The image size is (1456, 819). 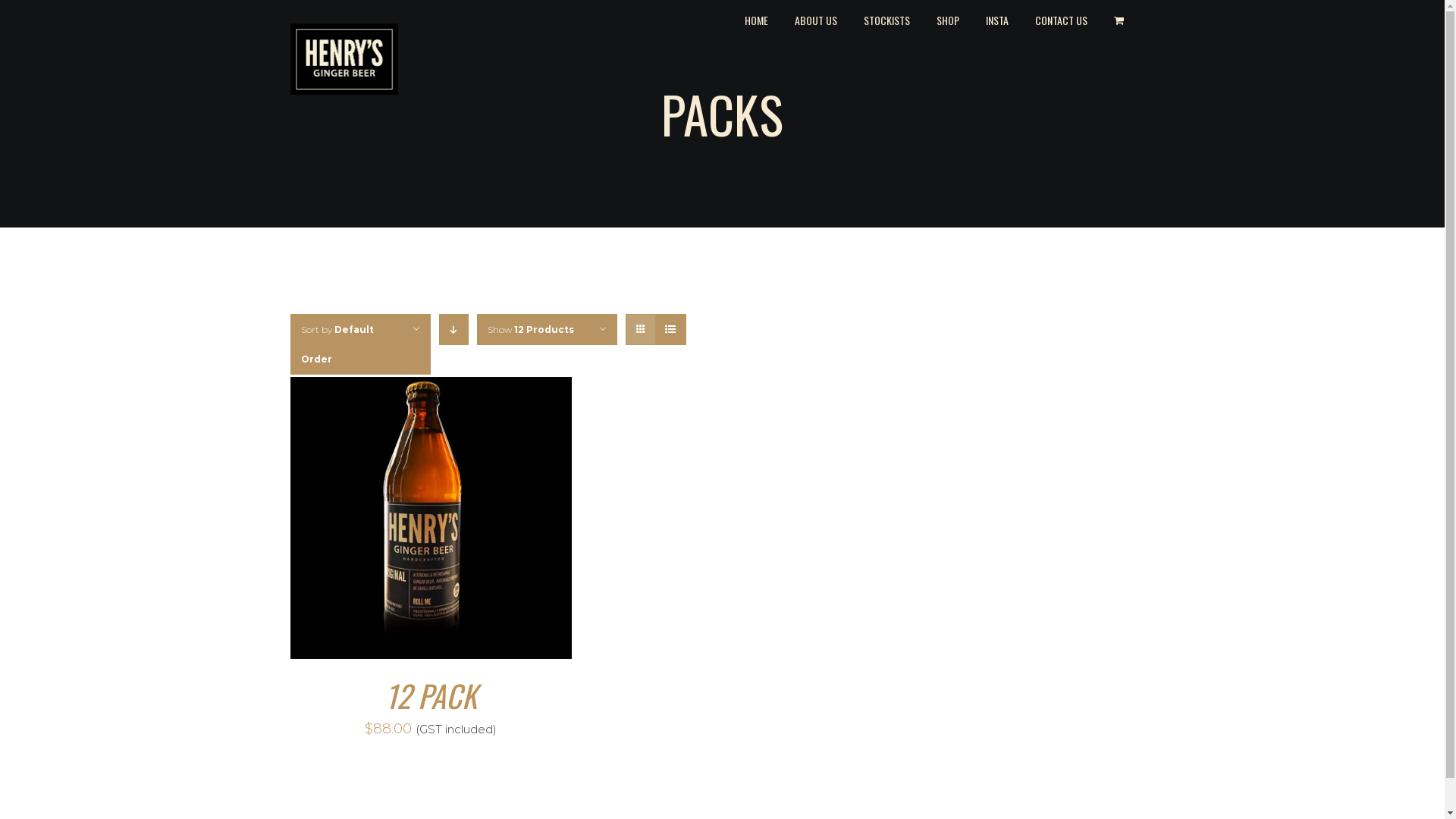 What do you see at coordinates (997, 18) in the screenshot?
I see `'INSTA'` at bounding box center [997, 18].